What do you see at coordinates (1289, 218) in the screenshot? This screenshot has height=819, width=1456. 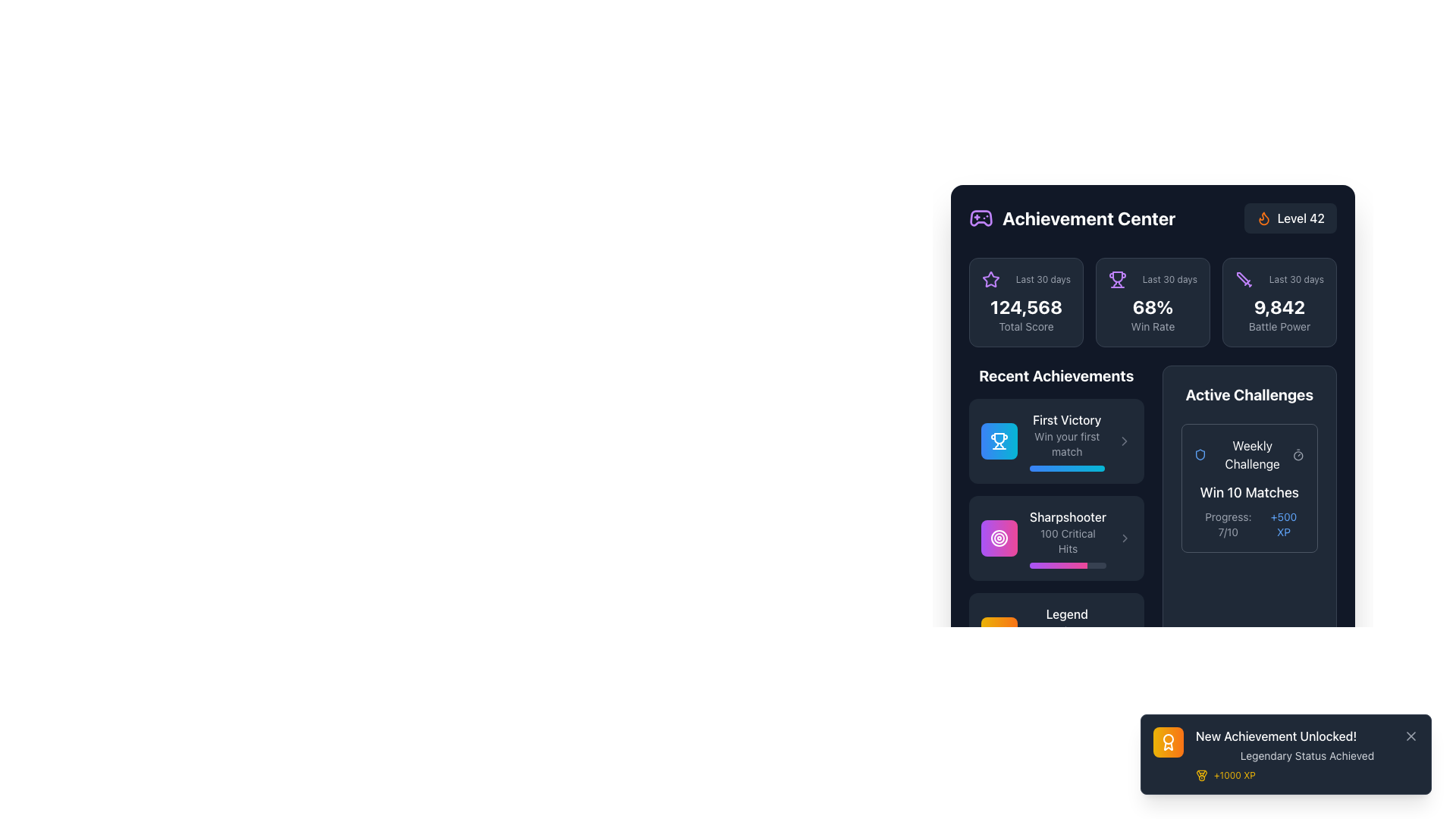 I see `the Label with the text 'Level 42' and flame-shaped icon in orange, located in the top-right section next to the title 'Achievement Center'` at bounding box center [1289, 218].